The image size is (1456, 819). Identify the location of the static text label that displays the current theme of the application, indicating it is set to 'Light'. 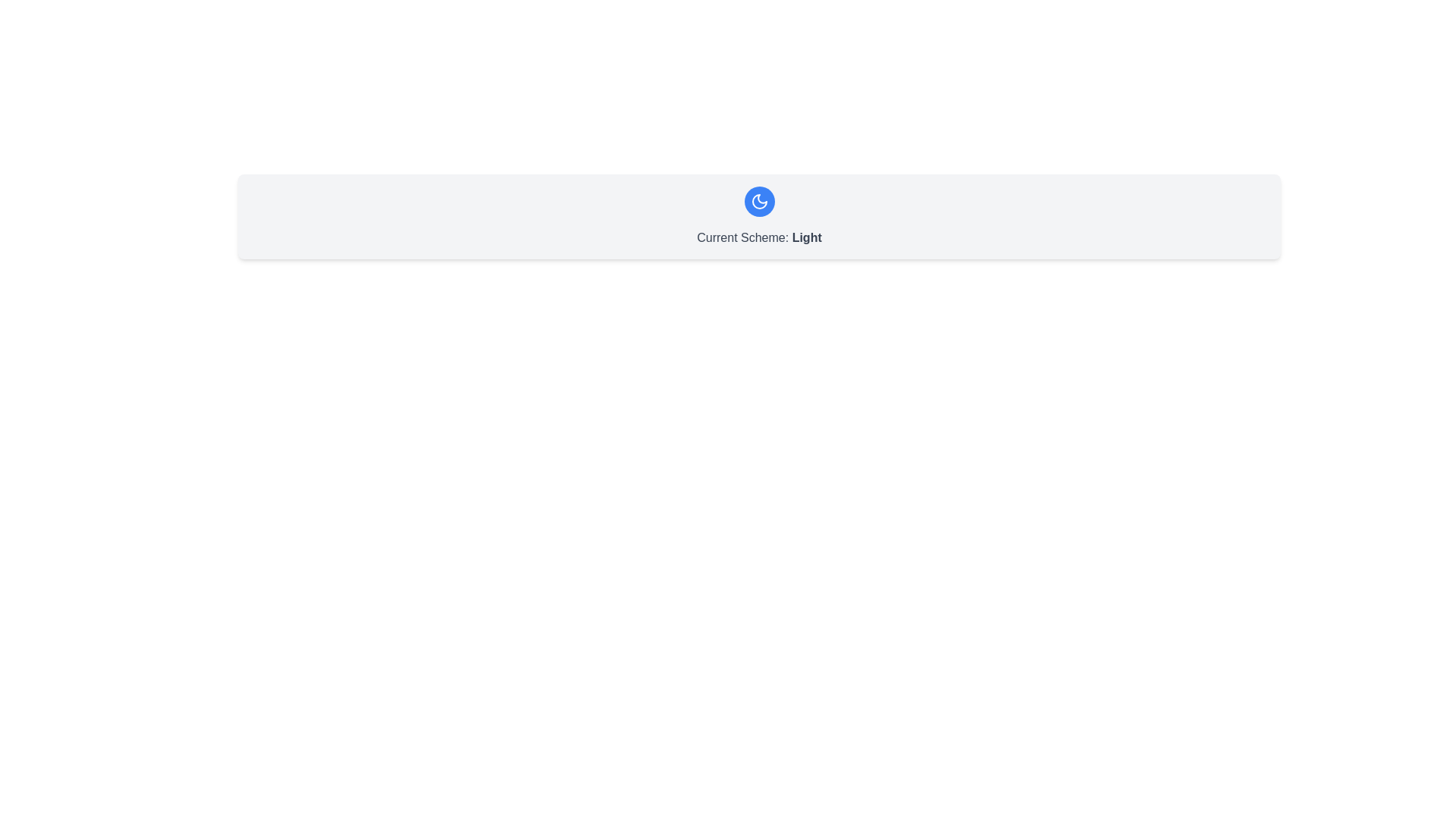
(759, 237).